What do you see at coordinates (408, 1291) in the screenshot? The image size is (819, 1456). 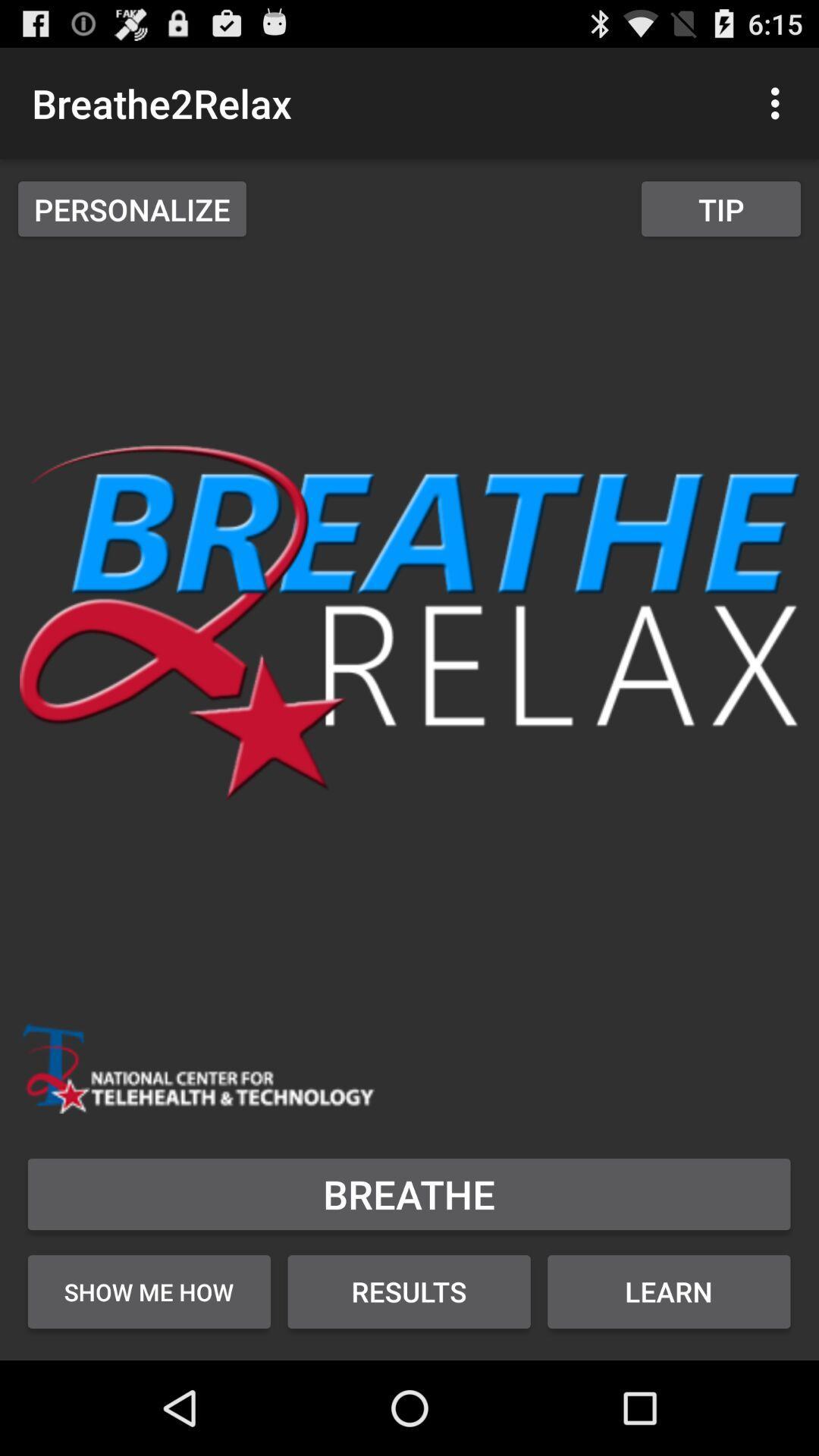 I see `the item to the right of the show me how` at bounding box center [408, 1291].